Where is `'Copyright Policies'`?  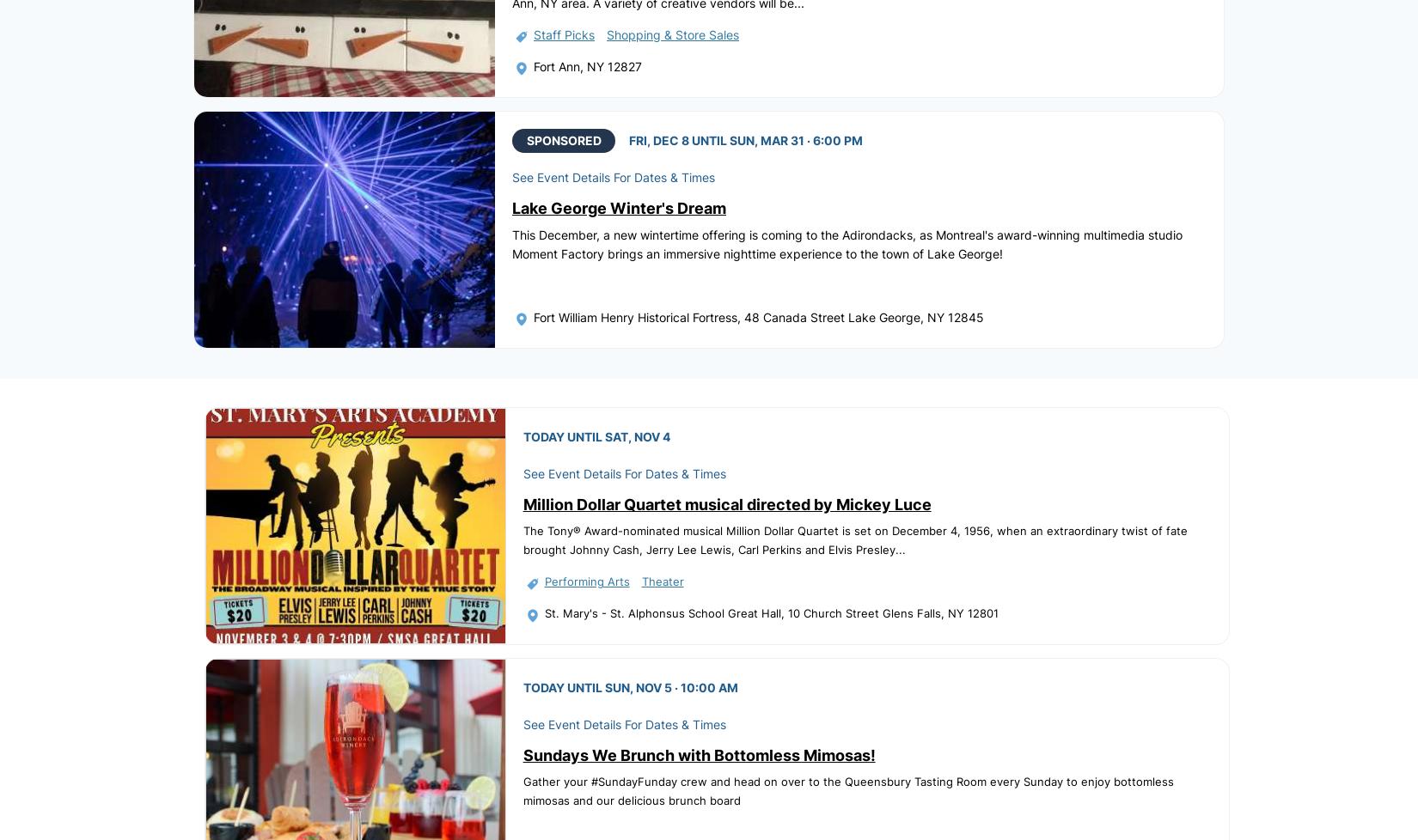
'Copyright Policies' is located at coordinates (806, 803).